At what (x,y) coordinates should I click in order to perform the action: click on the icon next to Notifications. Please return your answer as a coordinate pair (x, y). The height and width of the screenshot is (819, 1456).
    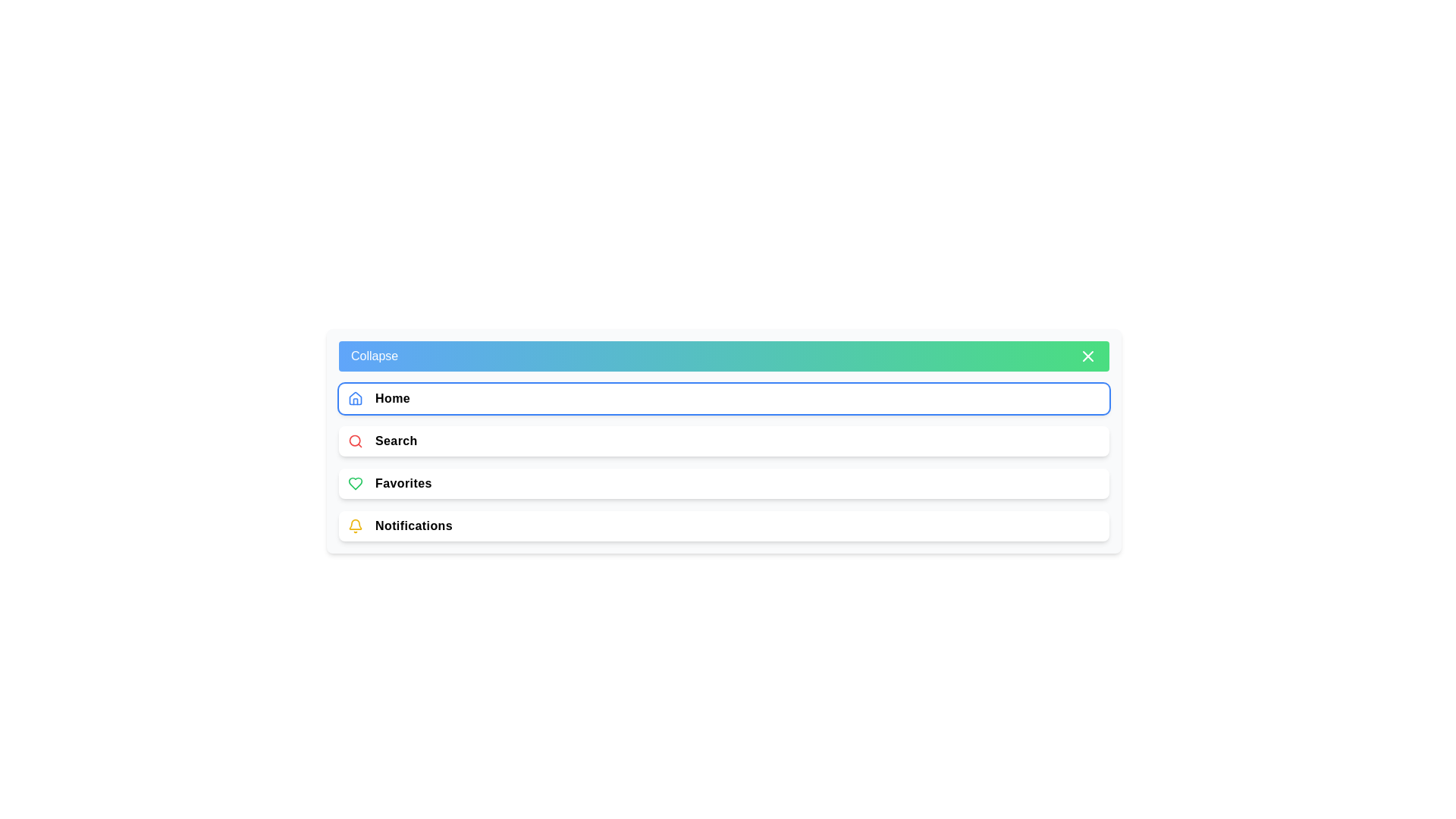
    Looking at the image, I should click on (355, 526).